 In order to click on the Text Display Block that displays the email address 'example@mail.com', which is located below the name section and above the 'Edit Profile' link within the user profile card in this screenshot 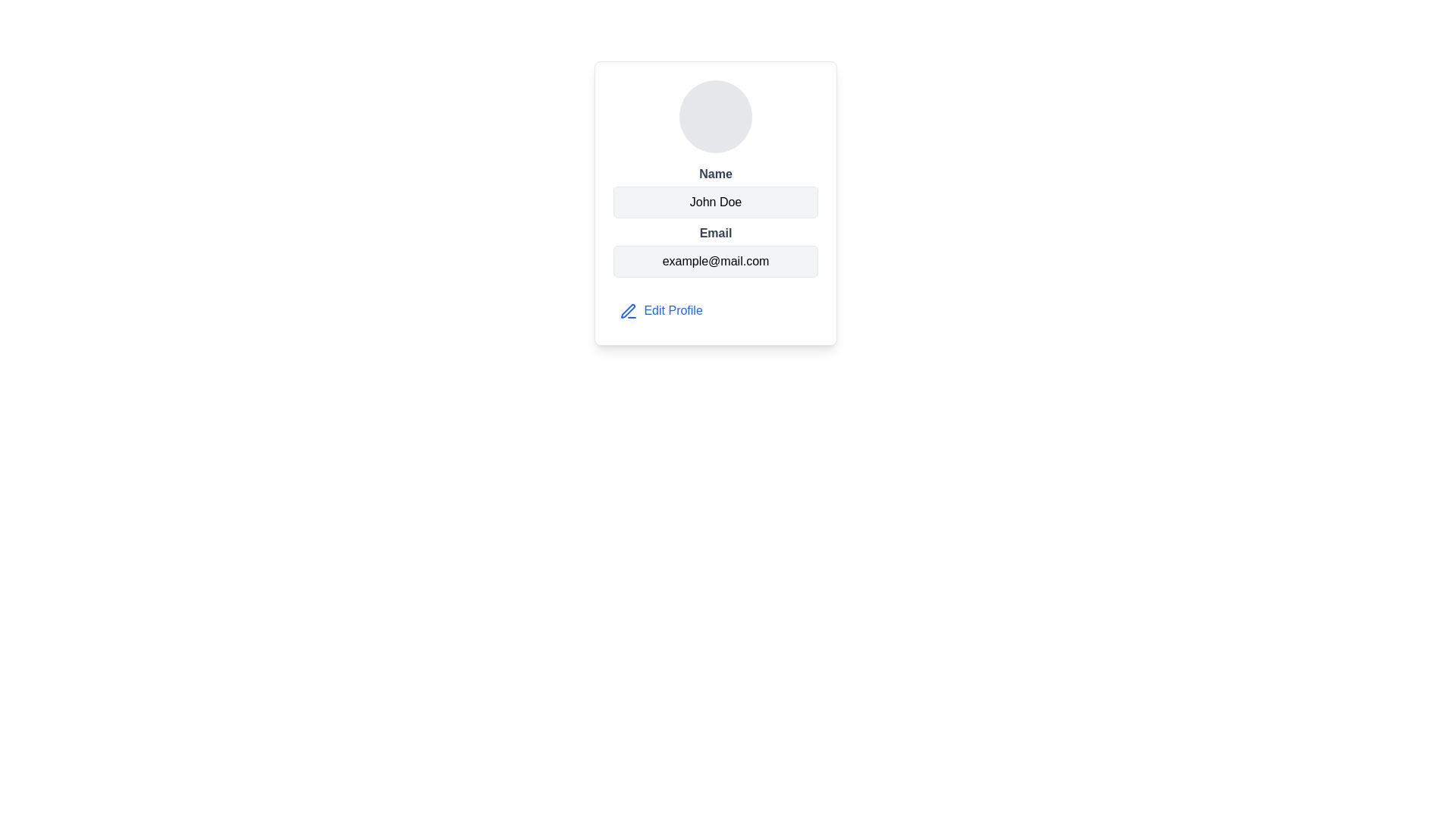, I will do `click(715, 250)`.